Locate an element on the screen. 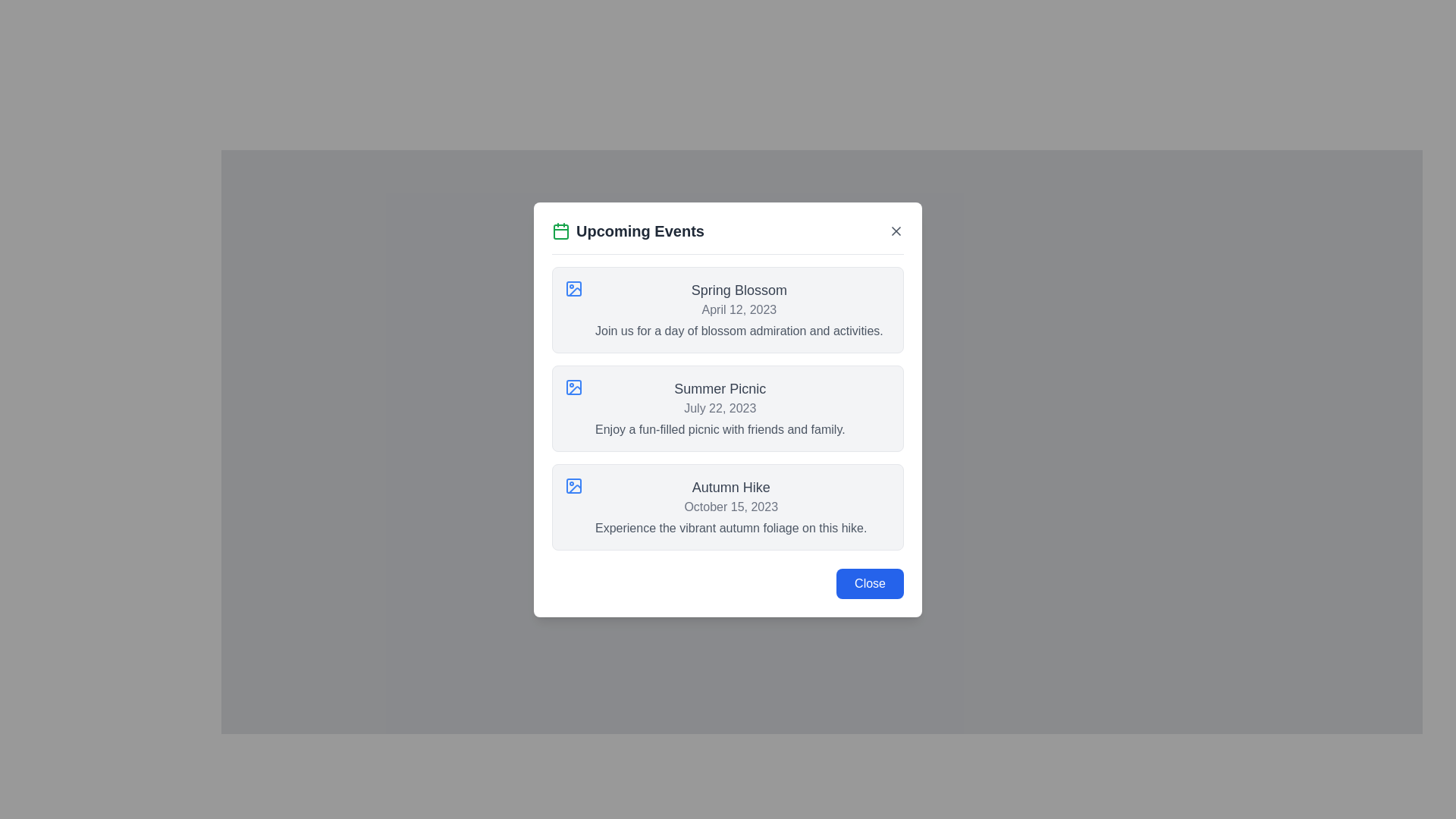  the text element displaying the date 'April 12, 2023', which is styled in light gray and positioned below the heading 'Spring Blossom' is located at coordinates (739, 309).